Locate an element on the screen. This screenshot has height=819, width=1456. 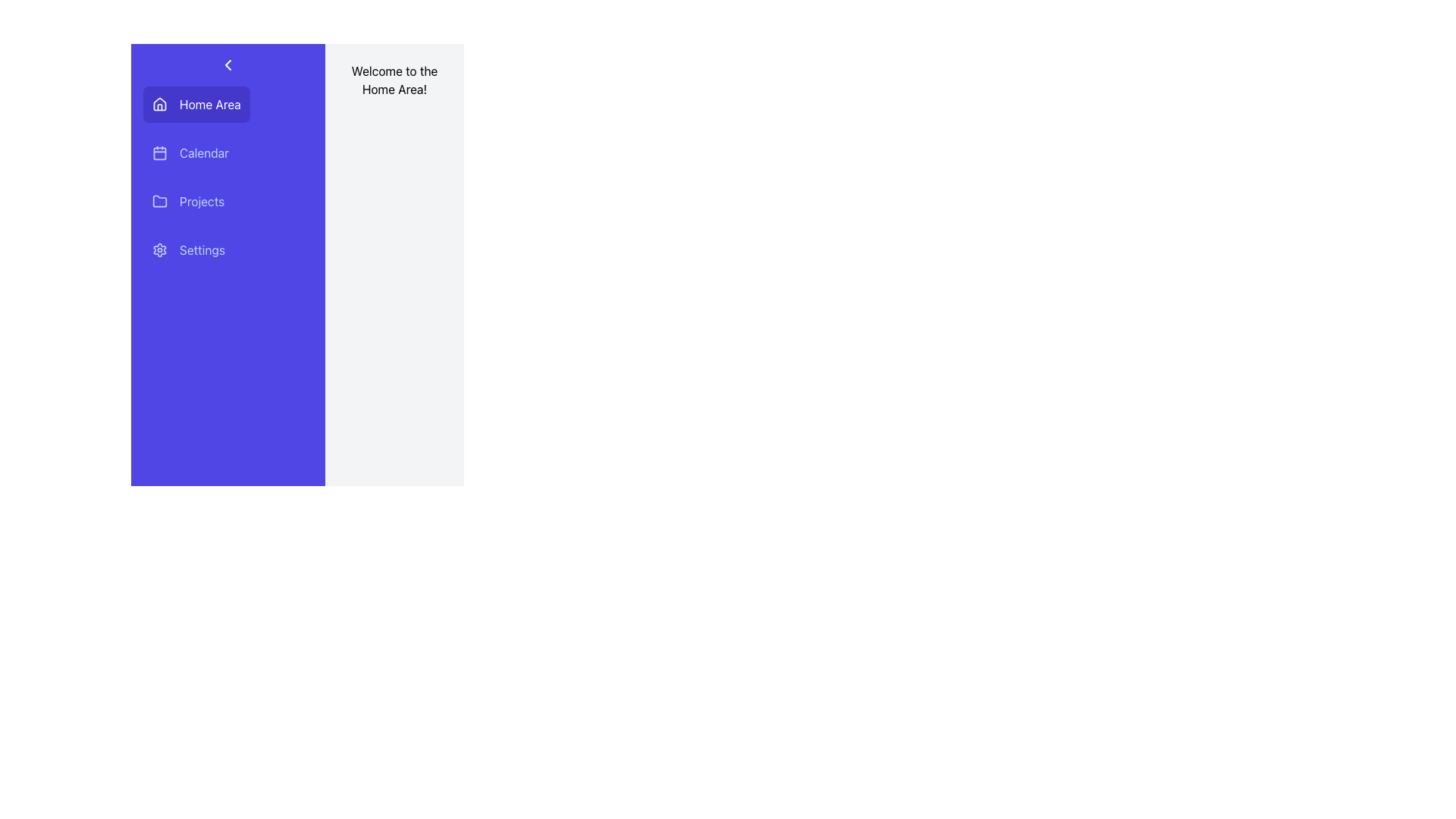
the left-facing chevron icon button located in the upper corner of the blue navigation bar is located at coordinates (227, 64).